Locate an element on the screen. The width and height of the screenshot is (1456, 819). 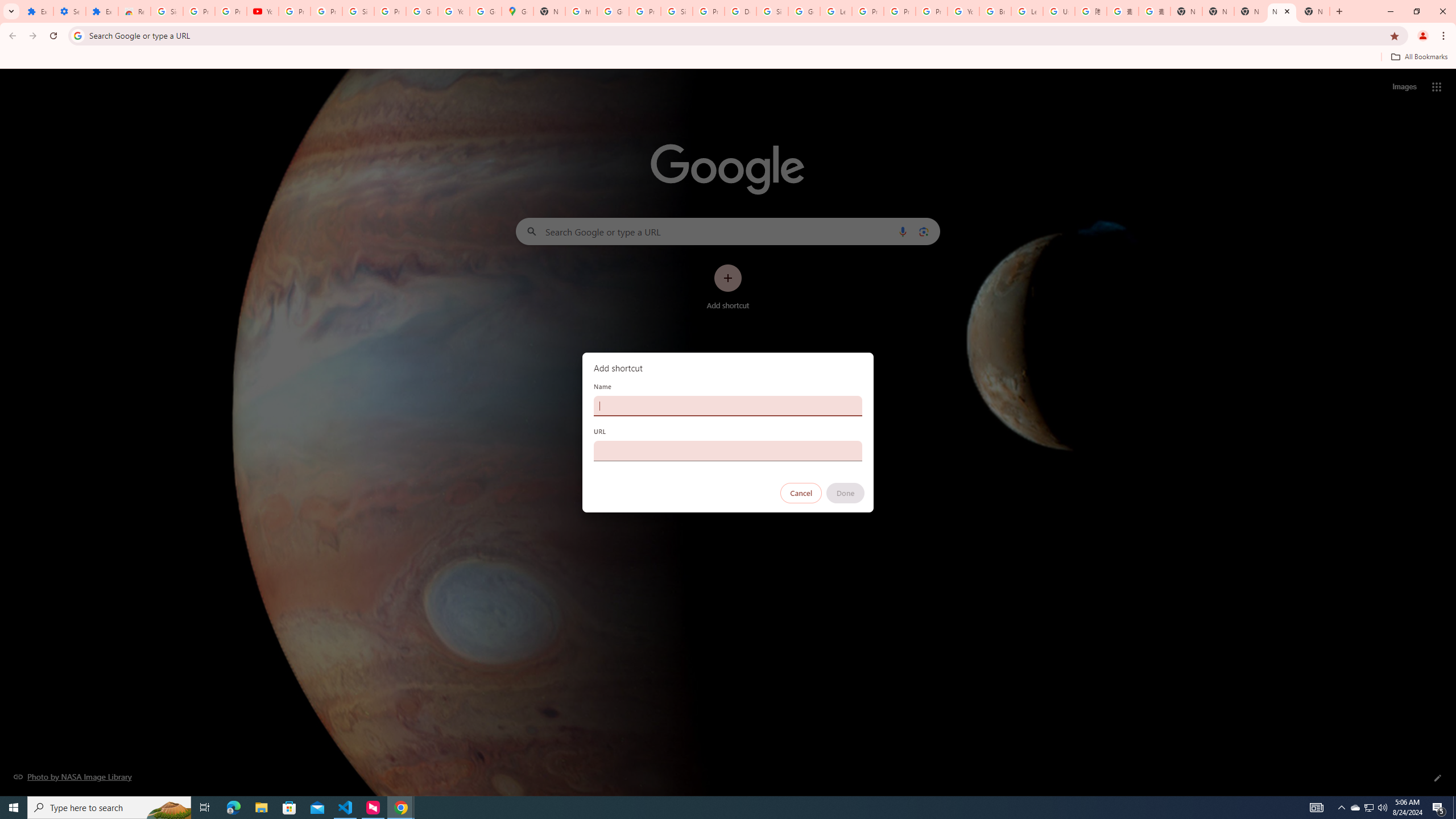
'New Tab' is located at coordinates (1314, 11).